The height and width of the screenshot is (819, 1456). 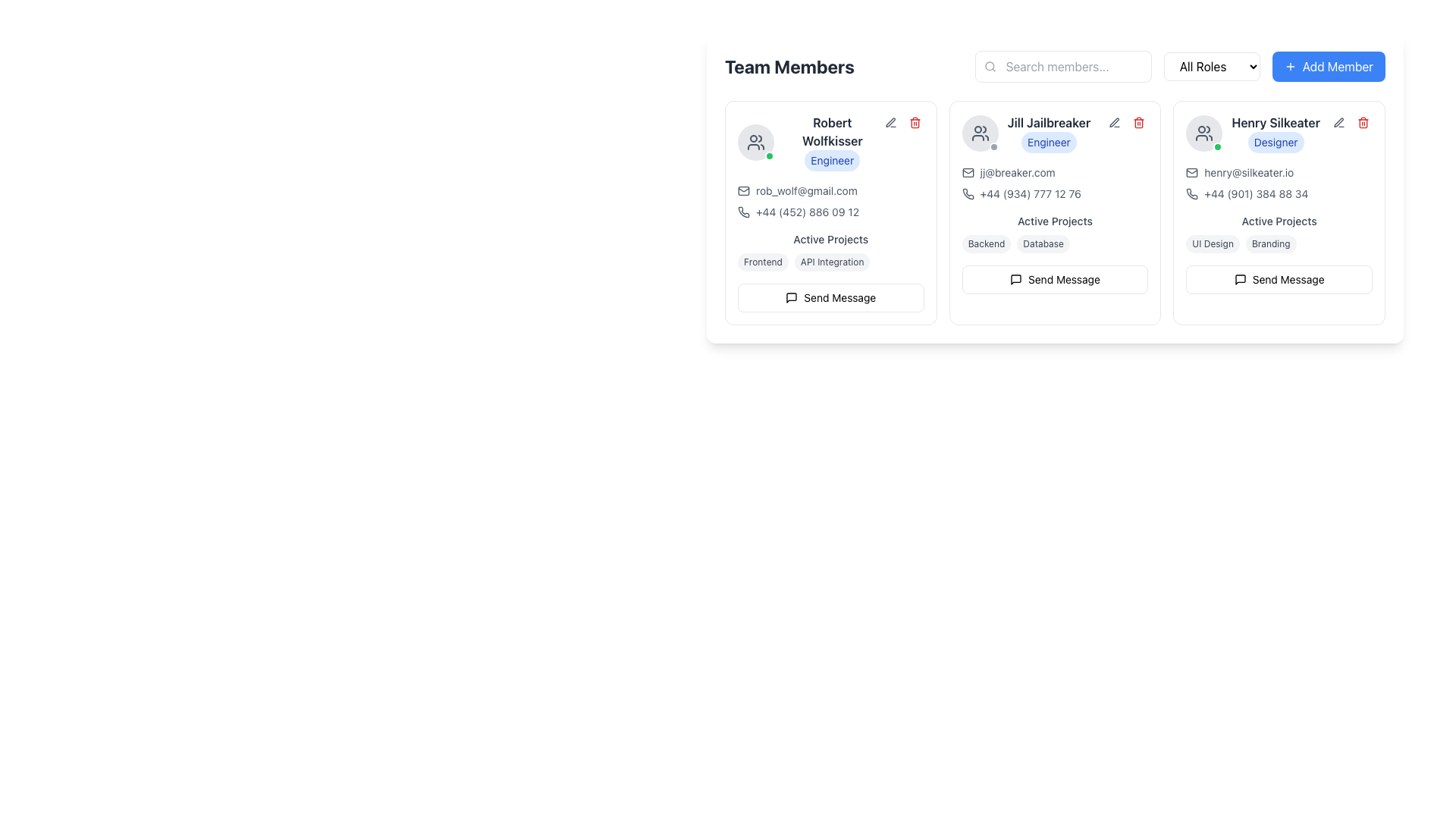 I want to click on the magnifying-glass-shaped icon with a gray outline located to the left inside the 'Search members...' text input field, so click(x=990, y=66).